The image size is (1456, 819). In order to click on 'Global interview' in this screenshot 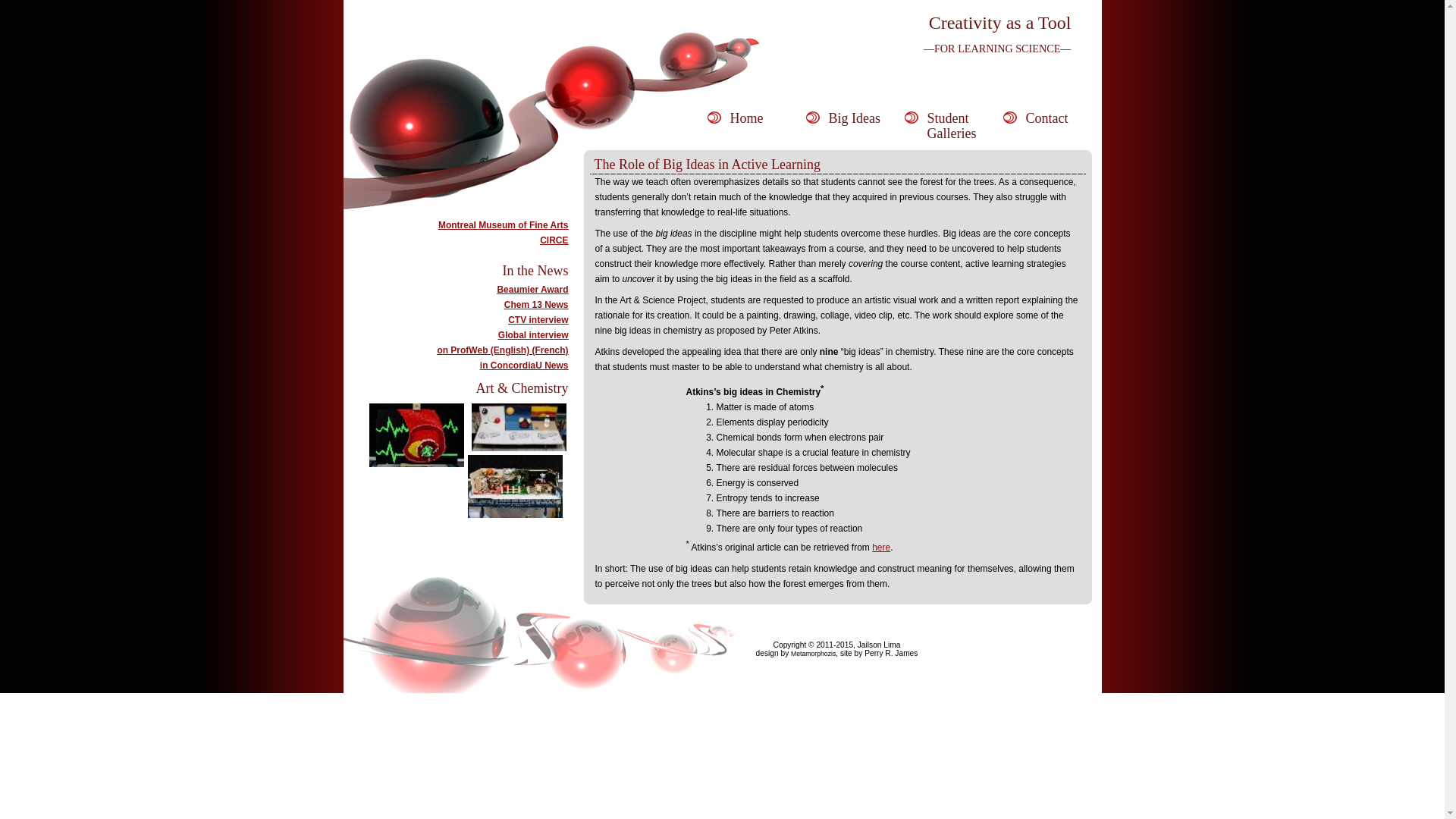, I will do `click(533, 334)`.